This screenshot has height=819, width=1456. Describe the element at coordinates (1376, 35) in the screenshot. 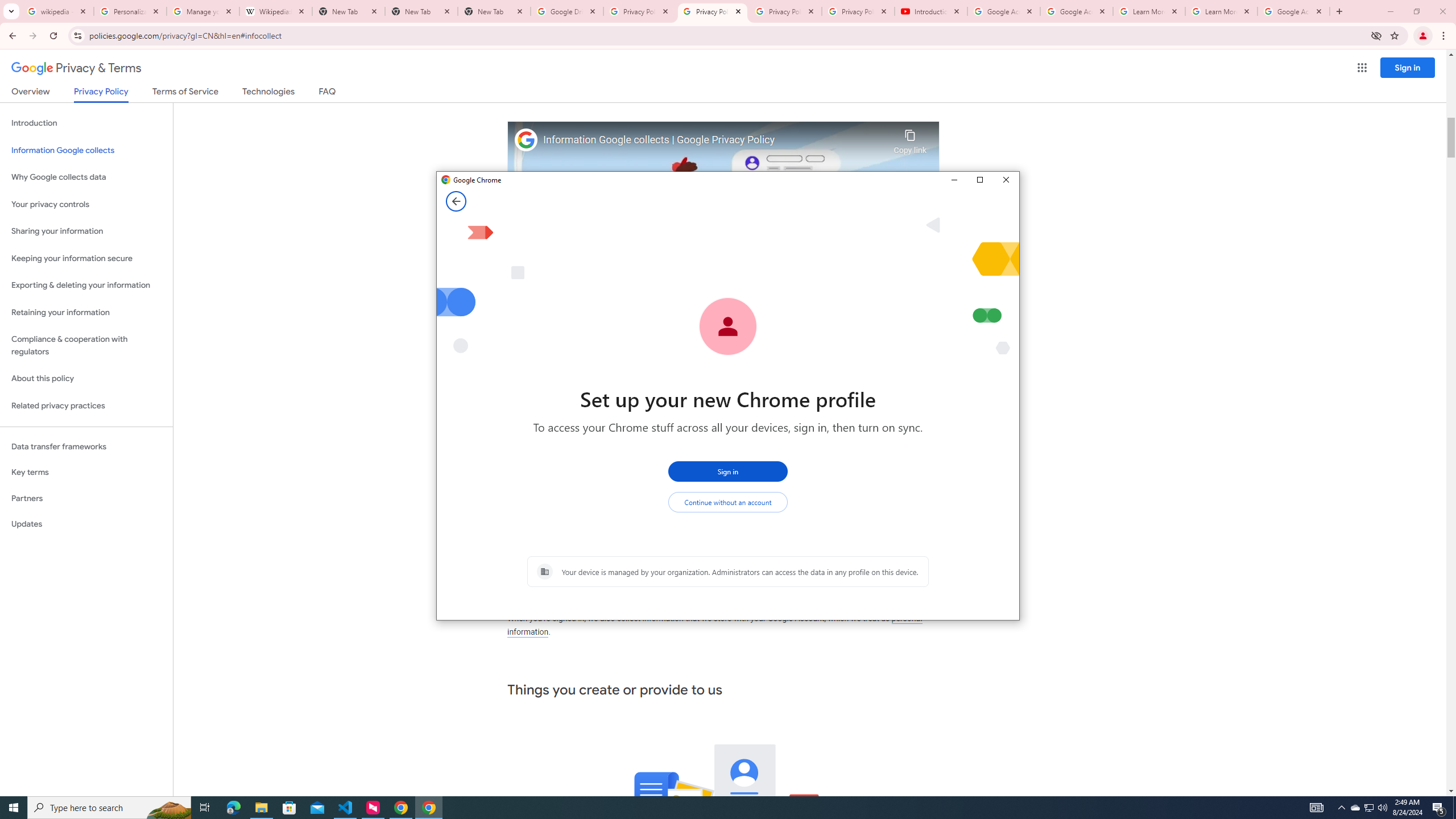

I see `'Third-party cookies blocked'` at that location.